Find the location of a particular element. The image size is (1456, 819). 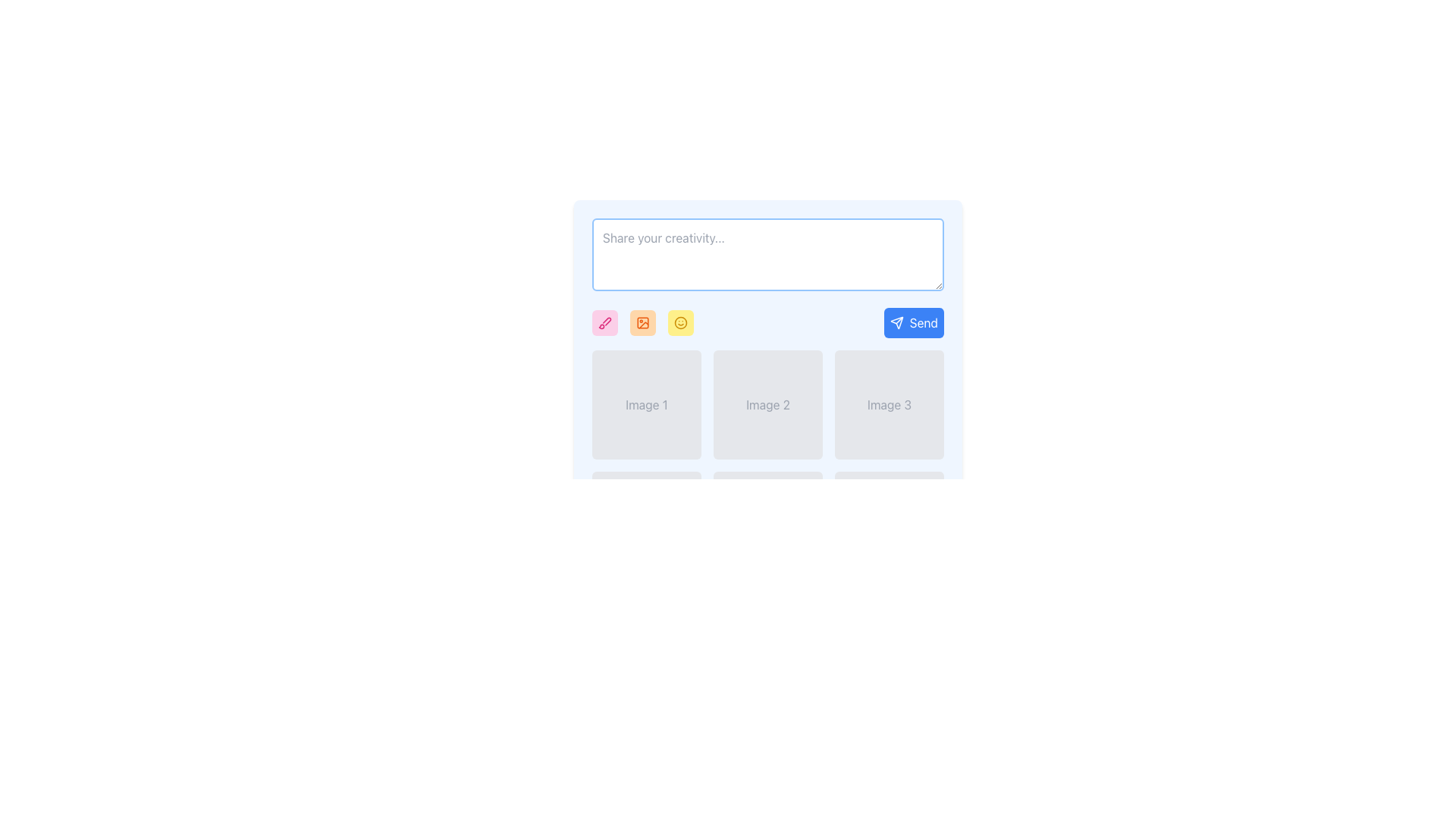

the send content icon located to the left of the 'Send' text within the 'Send' button is located at coordinates (896, 322).